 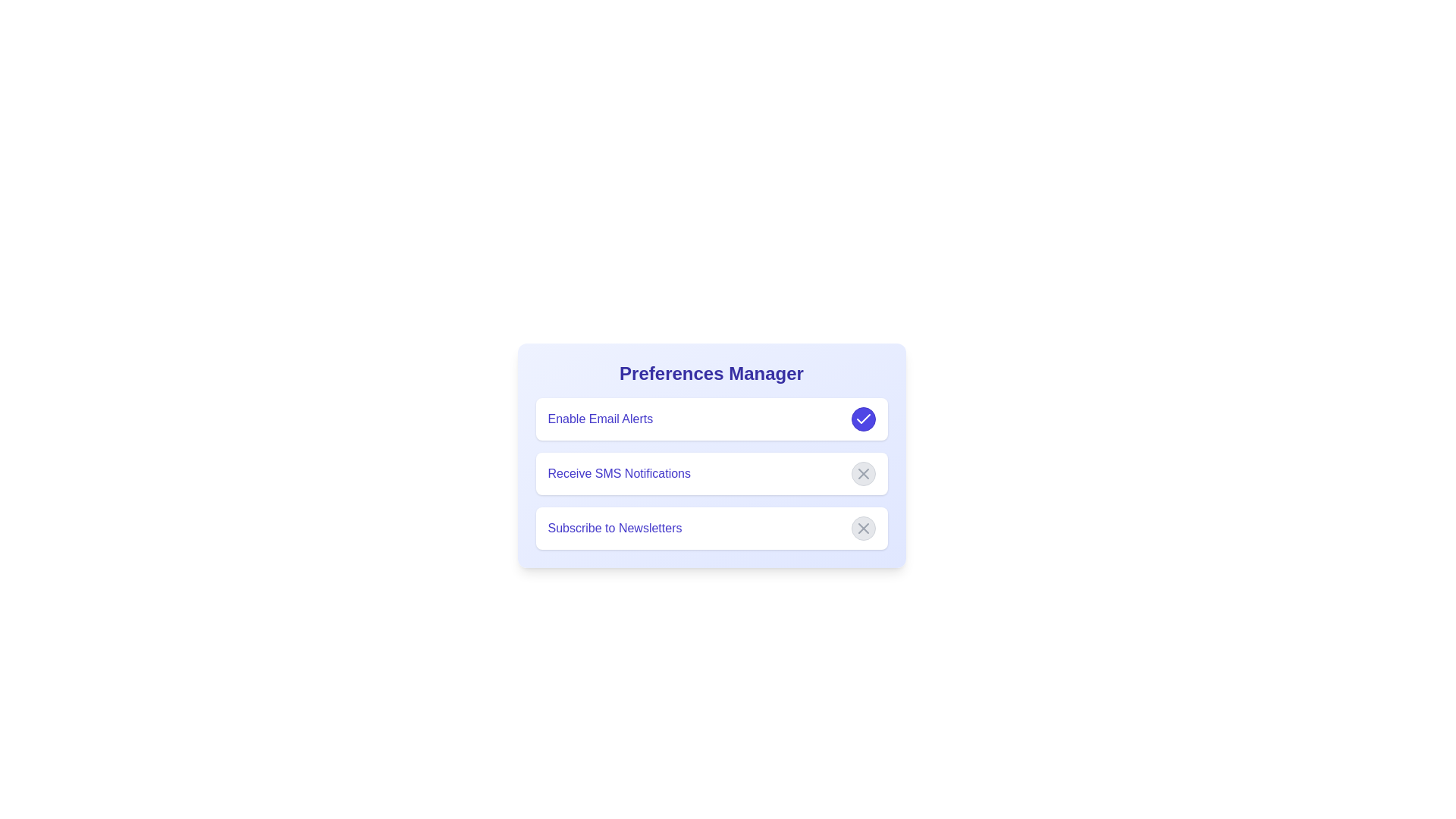 I want to click on the indigo circular button with a white checkmark icon, so click(x=863, y=419).